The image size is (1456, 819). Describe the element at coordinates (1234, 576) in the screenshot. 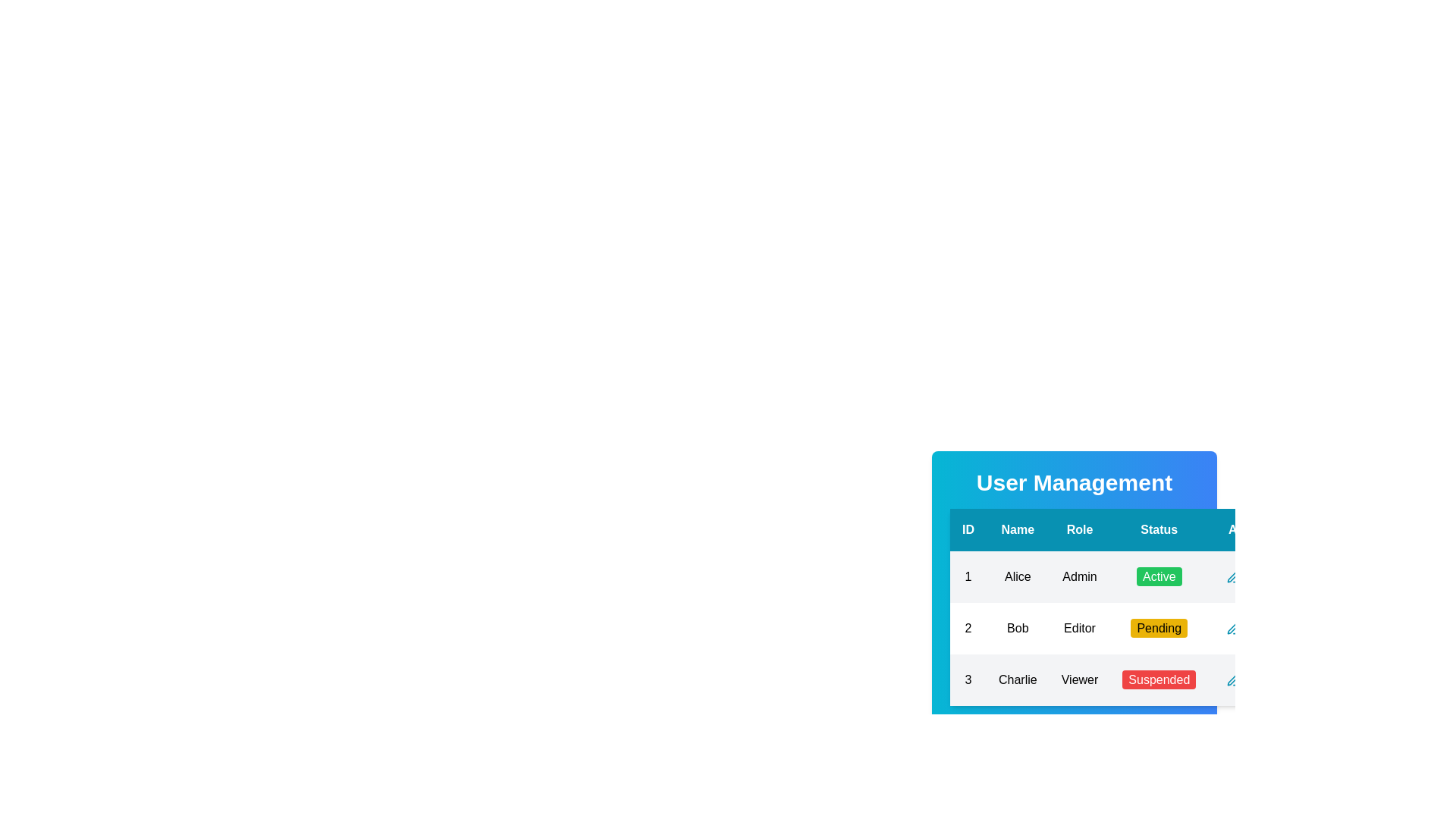

I see `the edit button in the 'Actions' column of the table for the user 'Alice' to initiate the edit action` at that location.